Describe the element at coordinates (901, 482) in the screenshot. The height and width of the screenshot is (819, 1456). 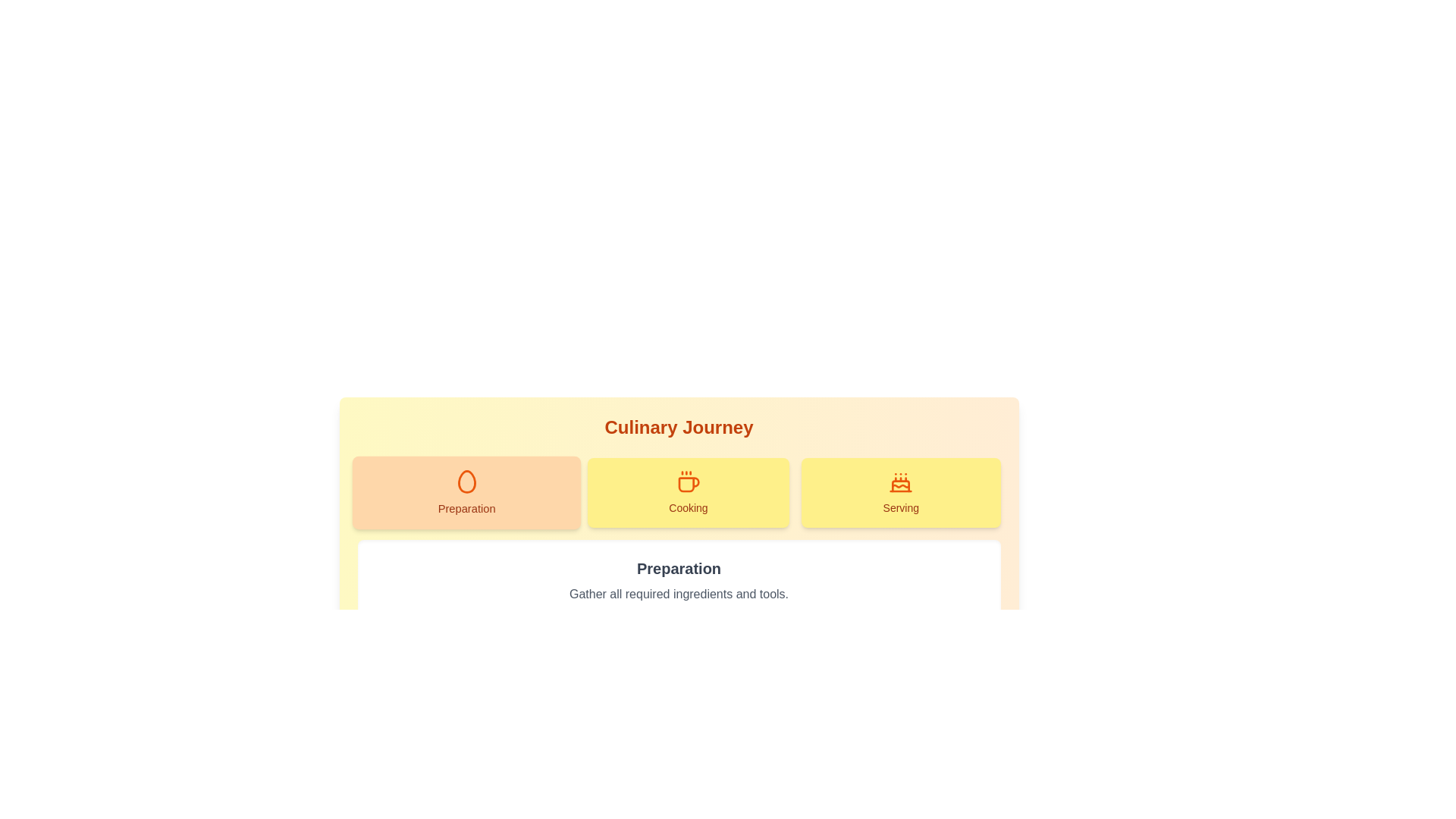
I see `the decorative icon that symbolizes the 'Serving' concept, located inside the third card from the left in a three-card layout` at that location.